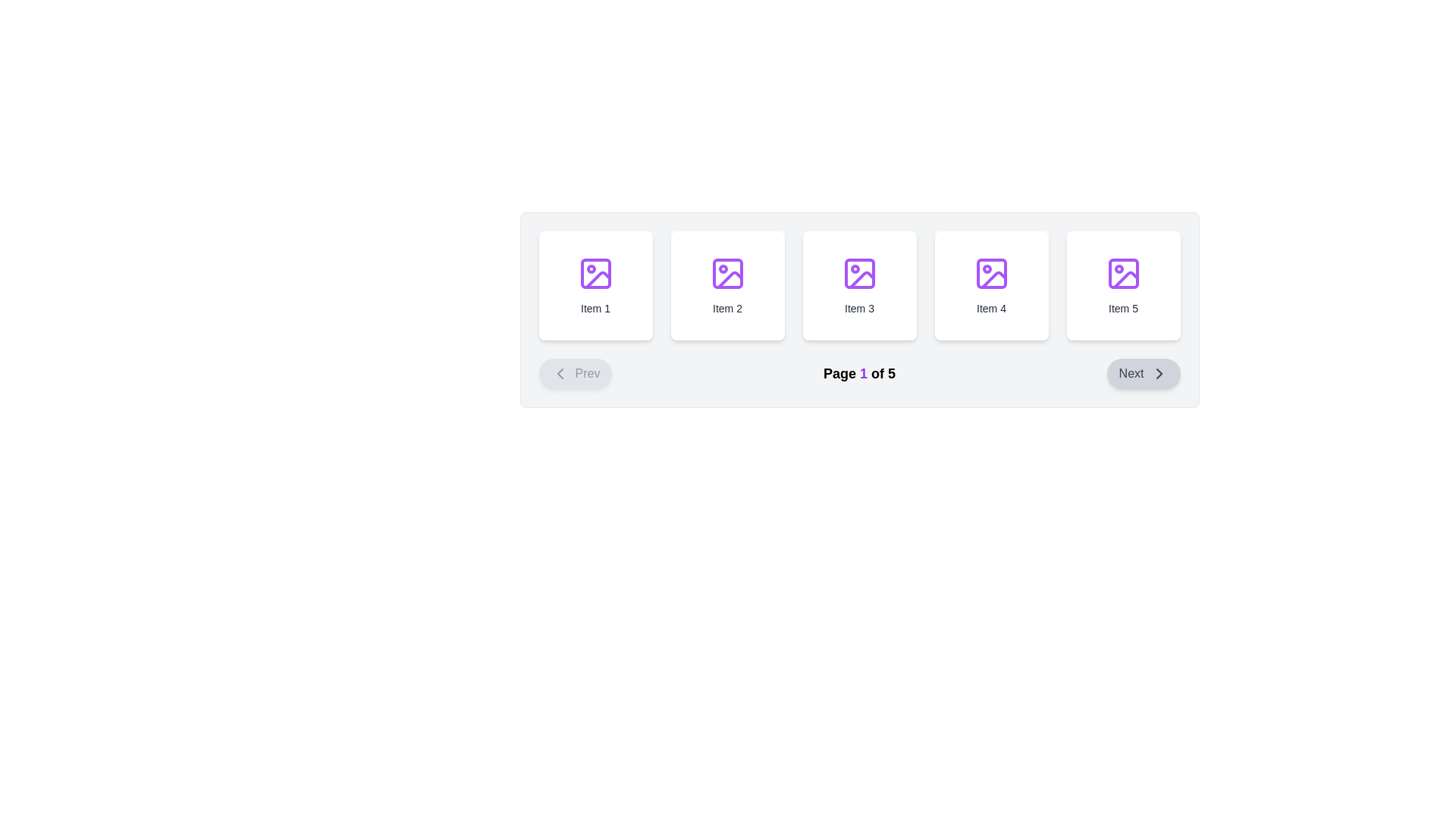  What do you see at coordinates (859, 374) in the screenshot?
I see `the page number display text label element, which indicates the current page (1) out of 5, located centrally between the 'Prev' and 'Next' buttons in the pagination interface` at bounding box center [859, 374].